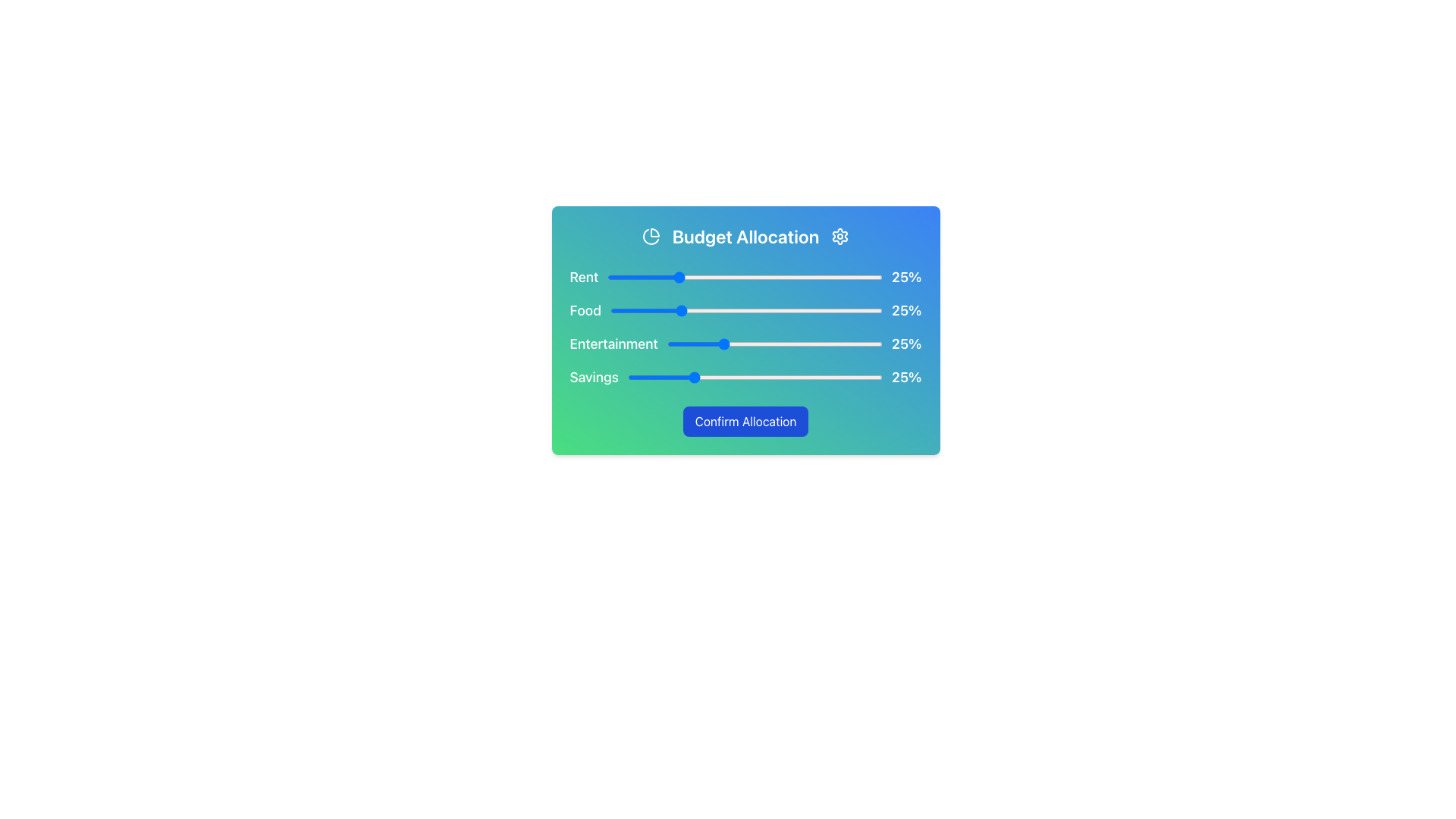  Describe the element at coordinates (870, 376) in the screenshot. I see `the Savings slider` at that location.